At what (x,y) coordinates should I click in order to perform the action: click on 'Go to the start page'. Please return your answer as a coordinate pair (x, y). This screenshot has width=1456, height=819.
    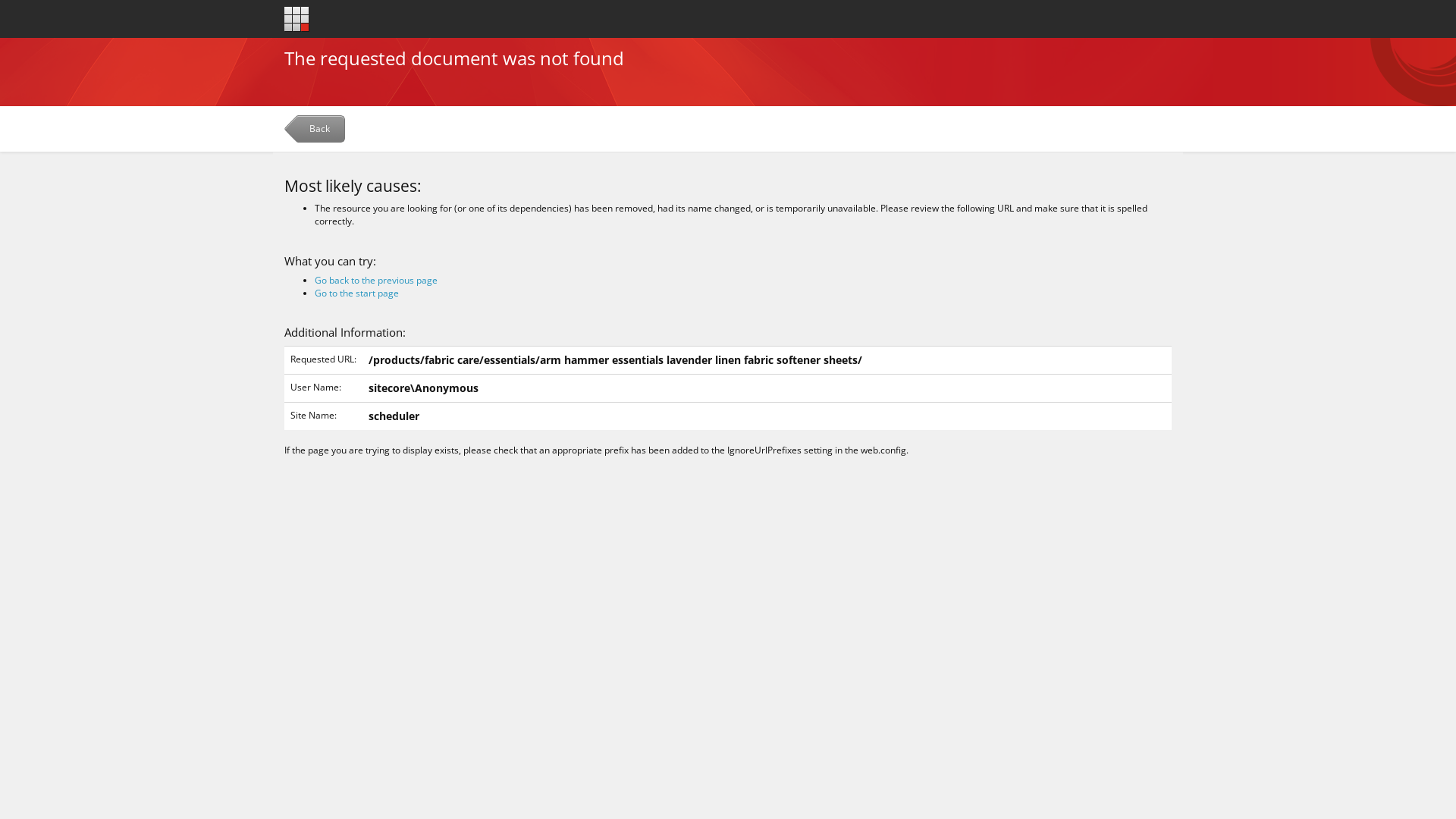
    Looking at the image, I should click on (297, 18).